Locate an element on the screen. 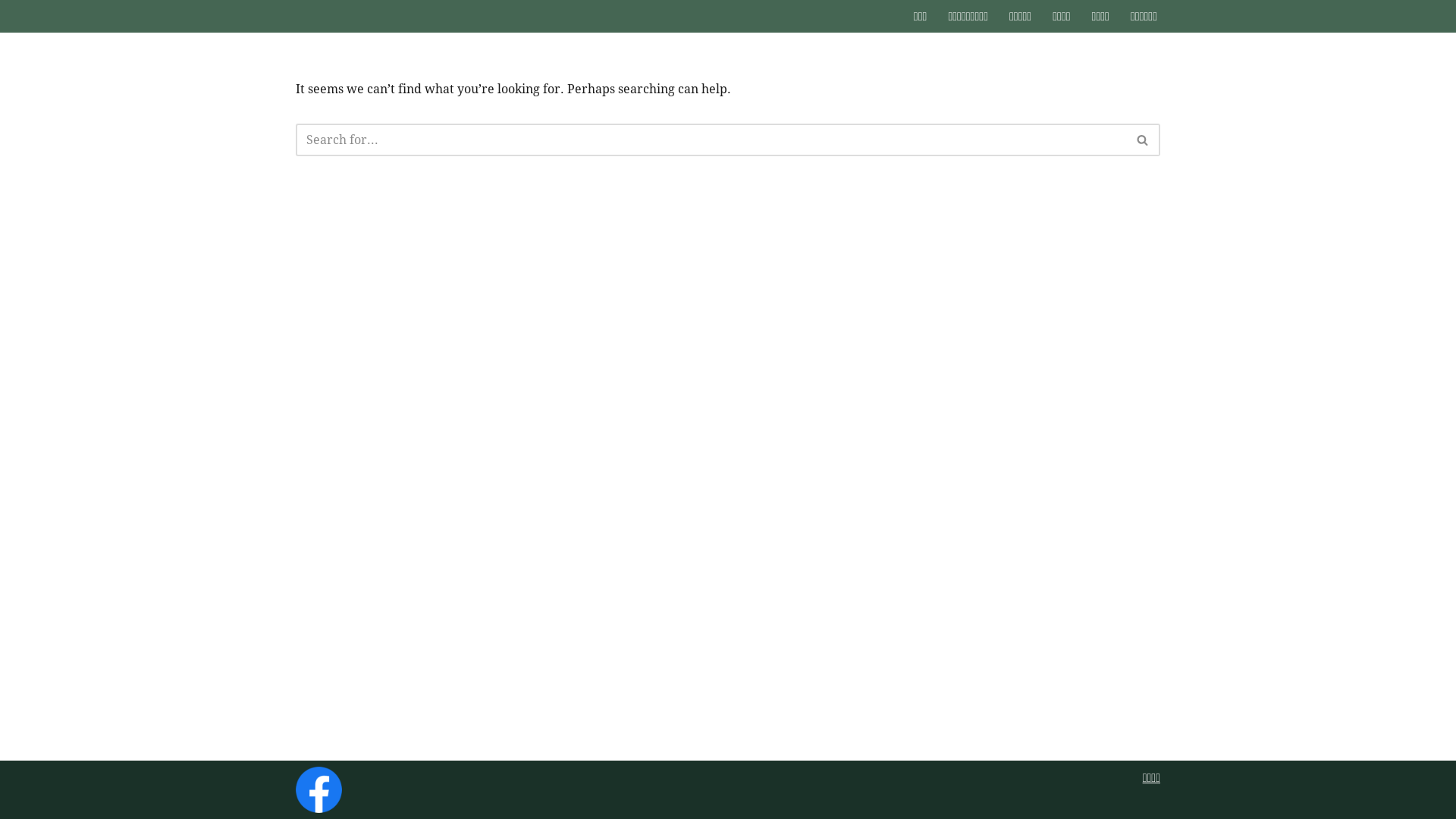 The width and height of the screenshot is (1456, 819). 'Skip to content' is located at coordinates (0, 32).